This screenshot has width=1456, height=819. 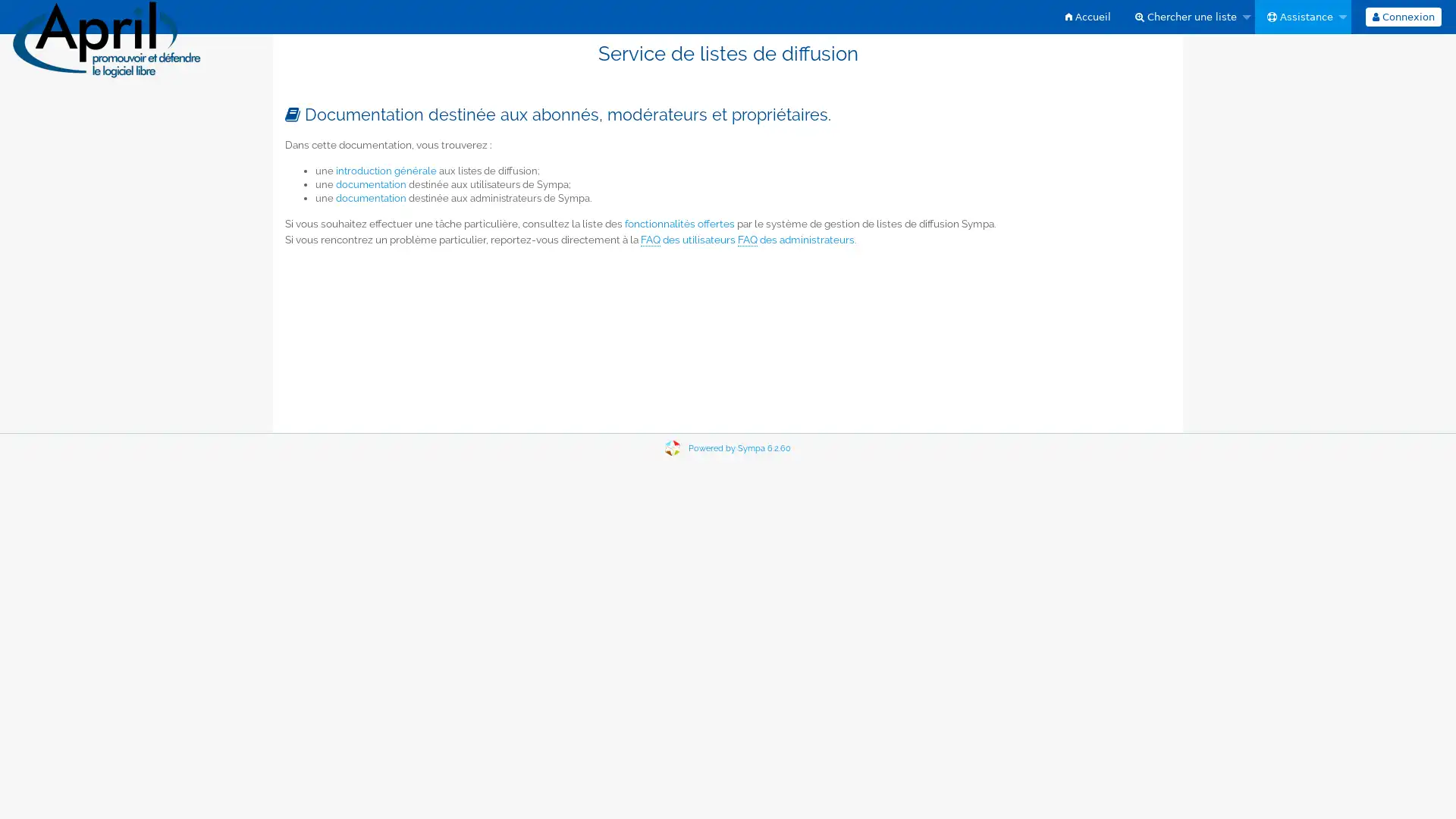 What do you see at coordinates (1401, 17) in the screenshot?
I see `Connexion` at bounding box center [1401, 17].